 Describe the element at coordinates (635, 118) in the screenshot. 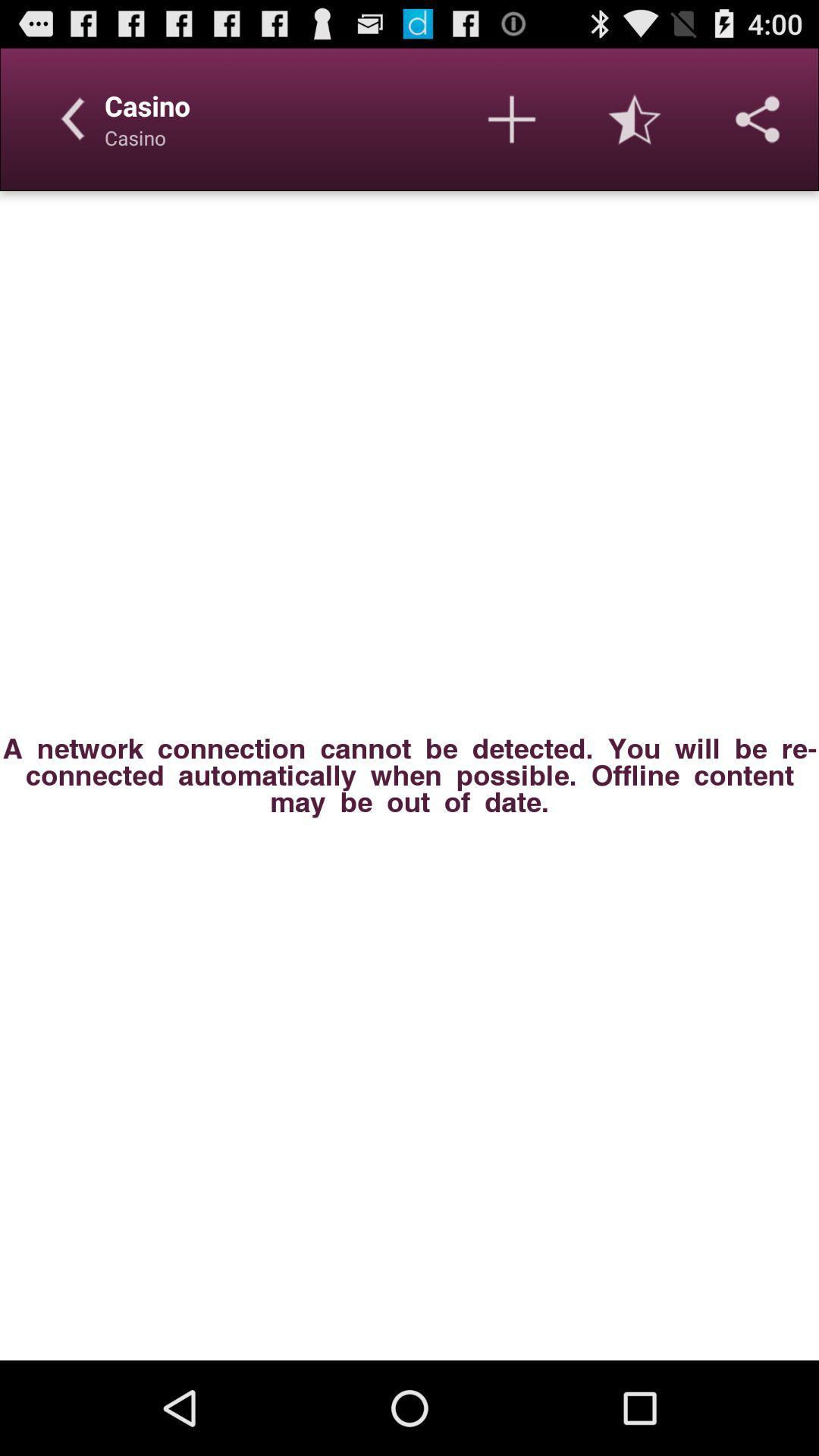

I see `star` at that location.